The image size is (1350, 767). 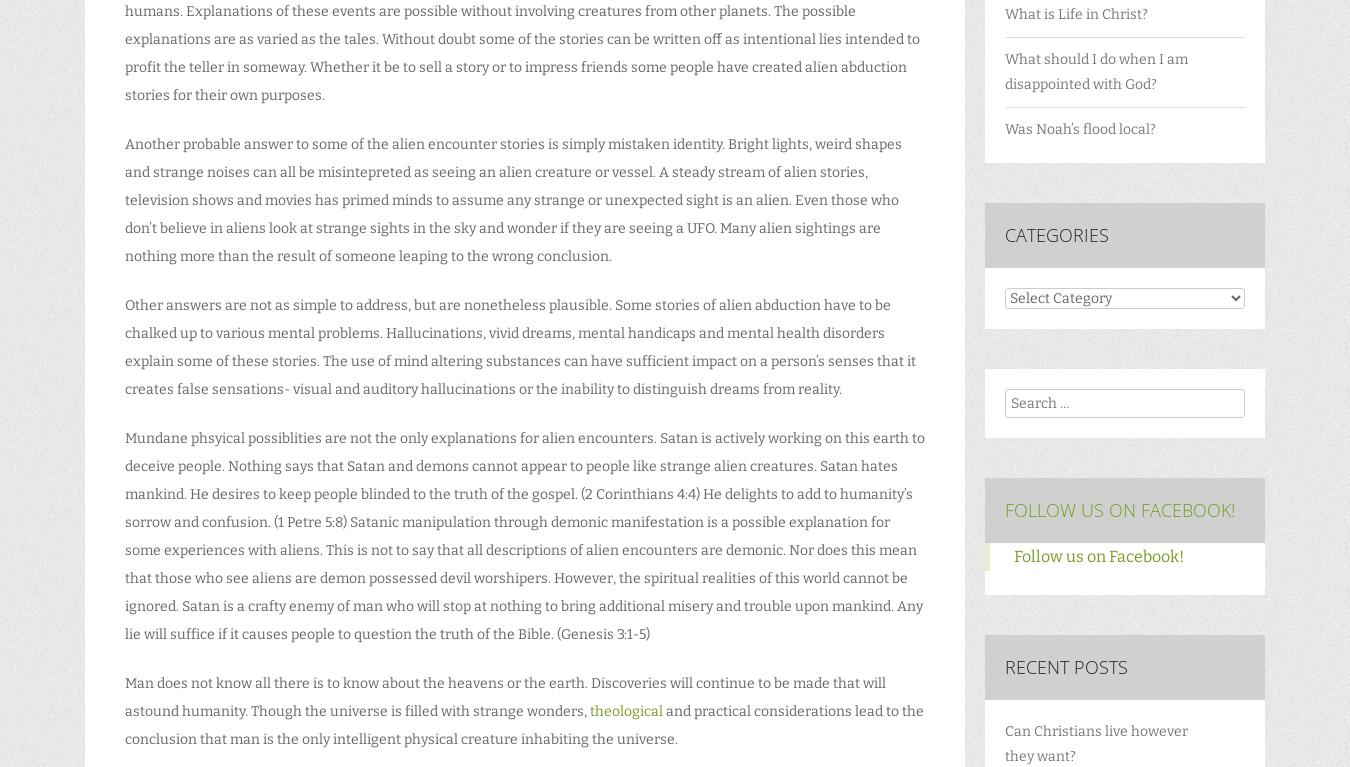 What do you see at coordinates (504, 697) in the screenshot?
I see `'Man does not know all there is to know about the heavens or the earth. Discoveries will continue to be made that will astound humanity. Though the universe is filled with strange wonders,'` at bounding box center [504, 697].